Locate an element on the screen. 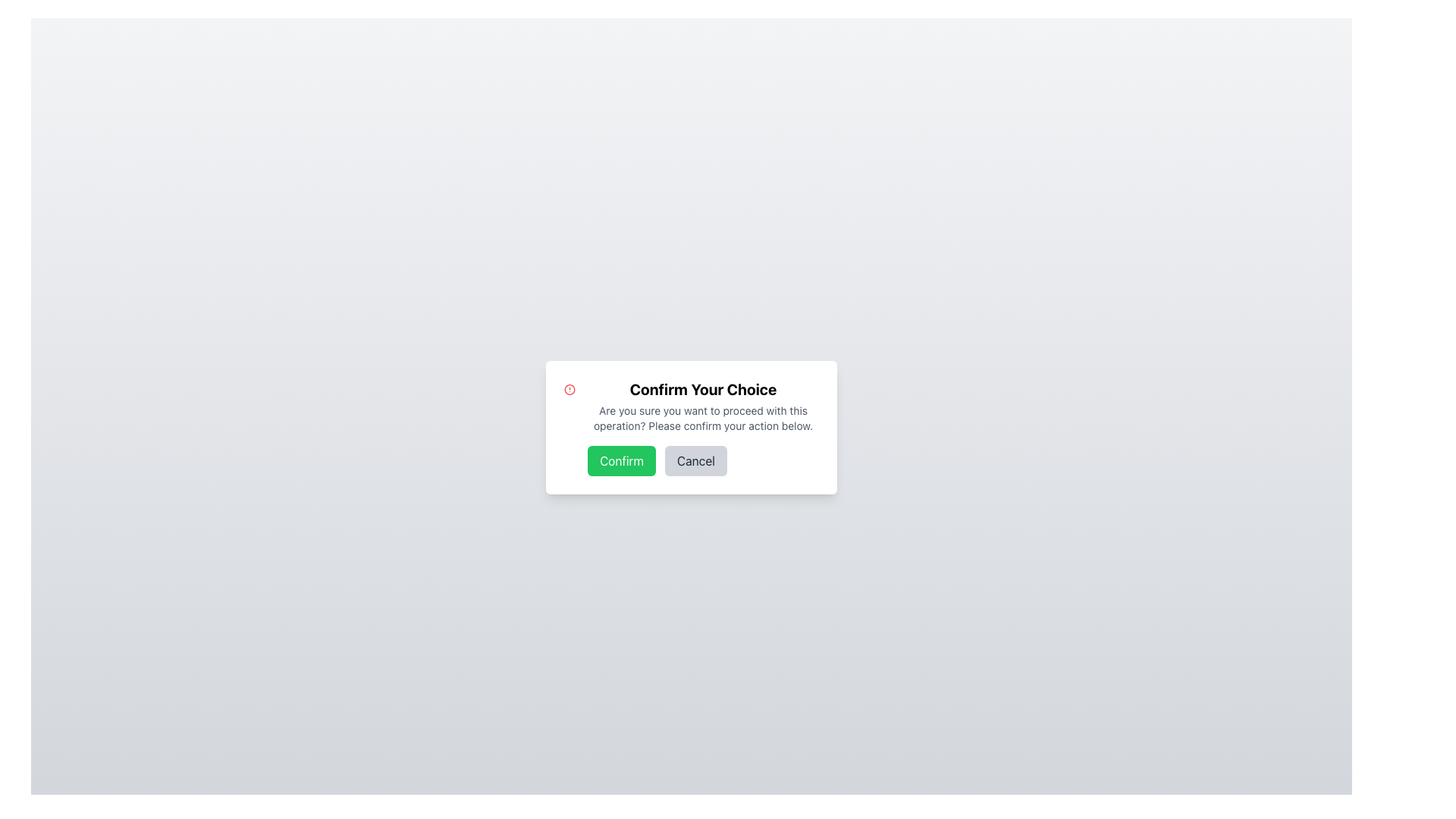 The image size is (1456, 819). the confirmation button located in the dialog box to observe the hover effect is located at coordinates (622, 460).